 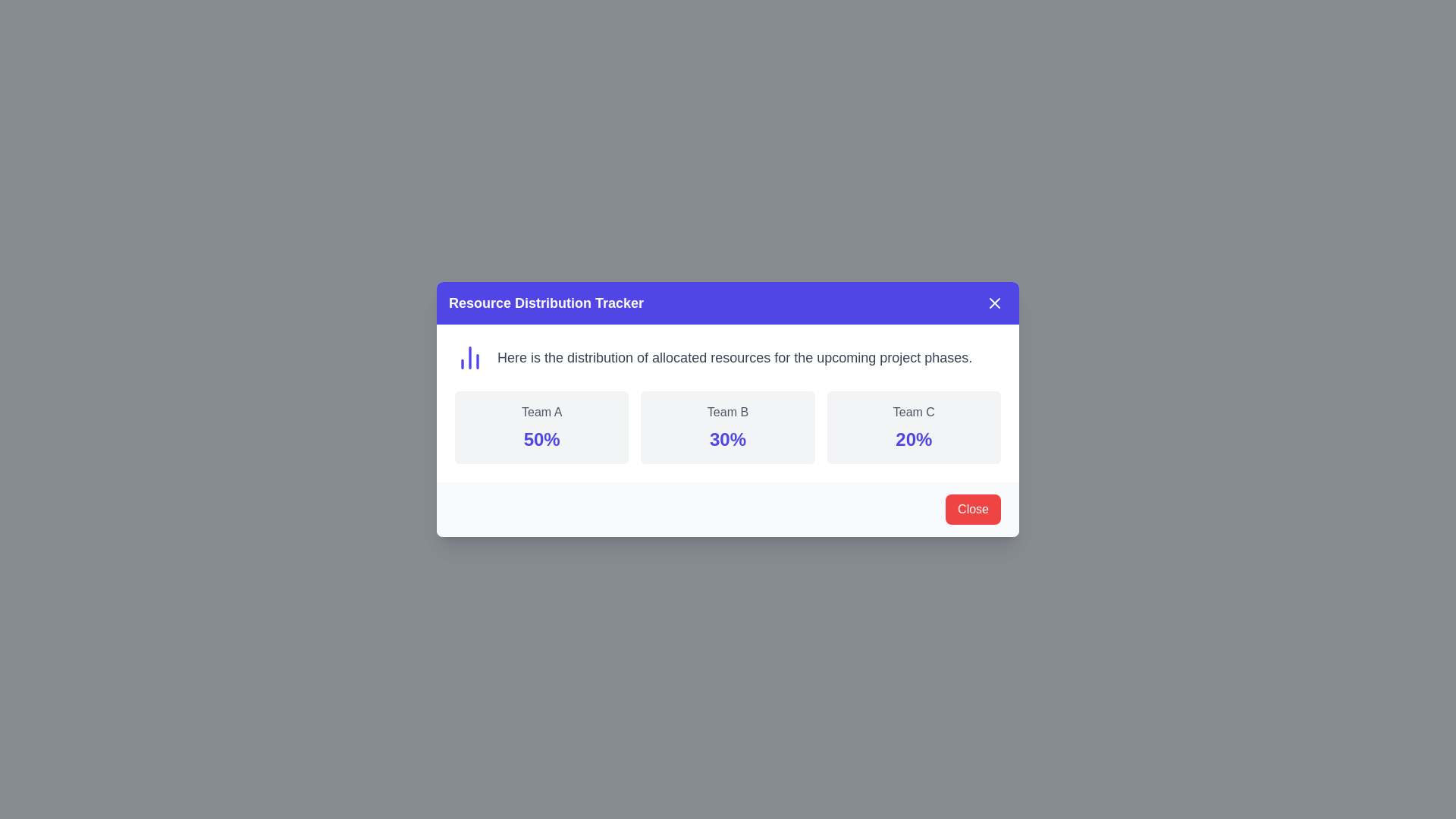 What do you see at coordinates (973, 509) in the screenshot?
I see `the close button located in the bottom-right area of the dialog box to observe its hover effects` at bounding box center [973, 509].